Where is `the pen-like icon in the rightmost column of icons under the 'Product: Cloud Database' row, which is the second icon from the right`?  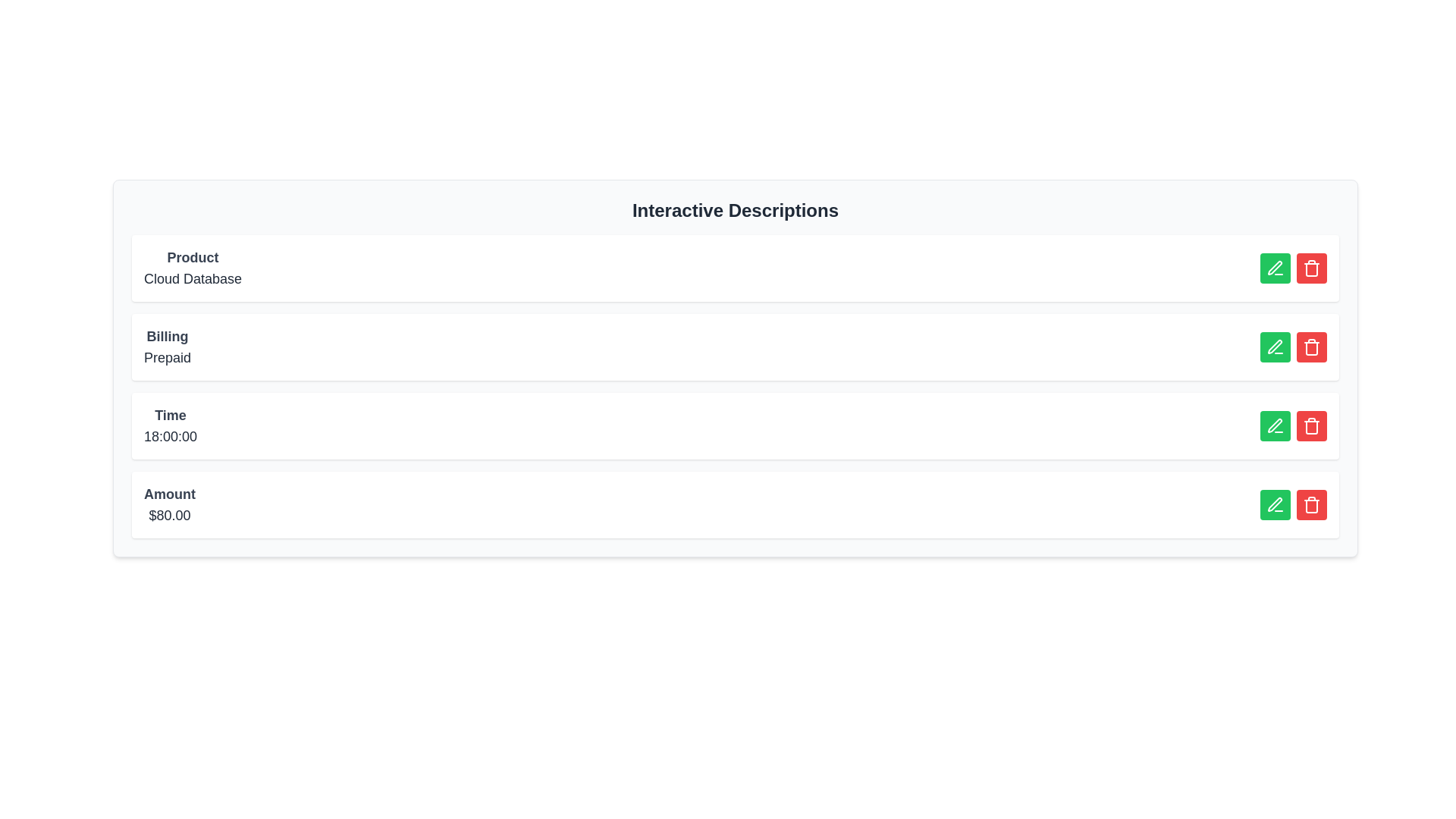 the pen-like icon in the rightmost column of icons under the 'Product: Cloud Database' row, which is the second icon from the right is located at coordinates (1274, 267).